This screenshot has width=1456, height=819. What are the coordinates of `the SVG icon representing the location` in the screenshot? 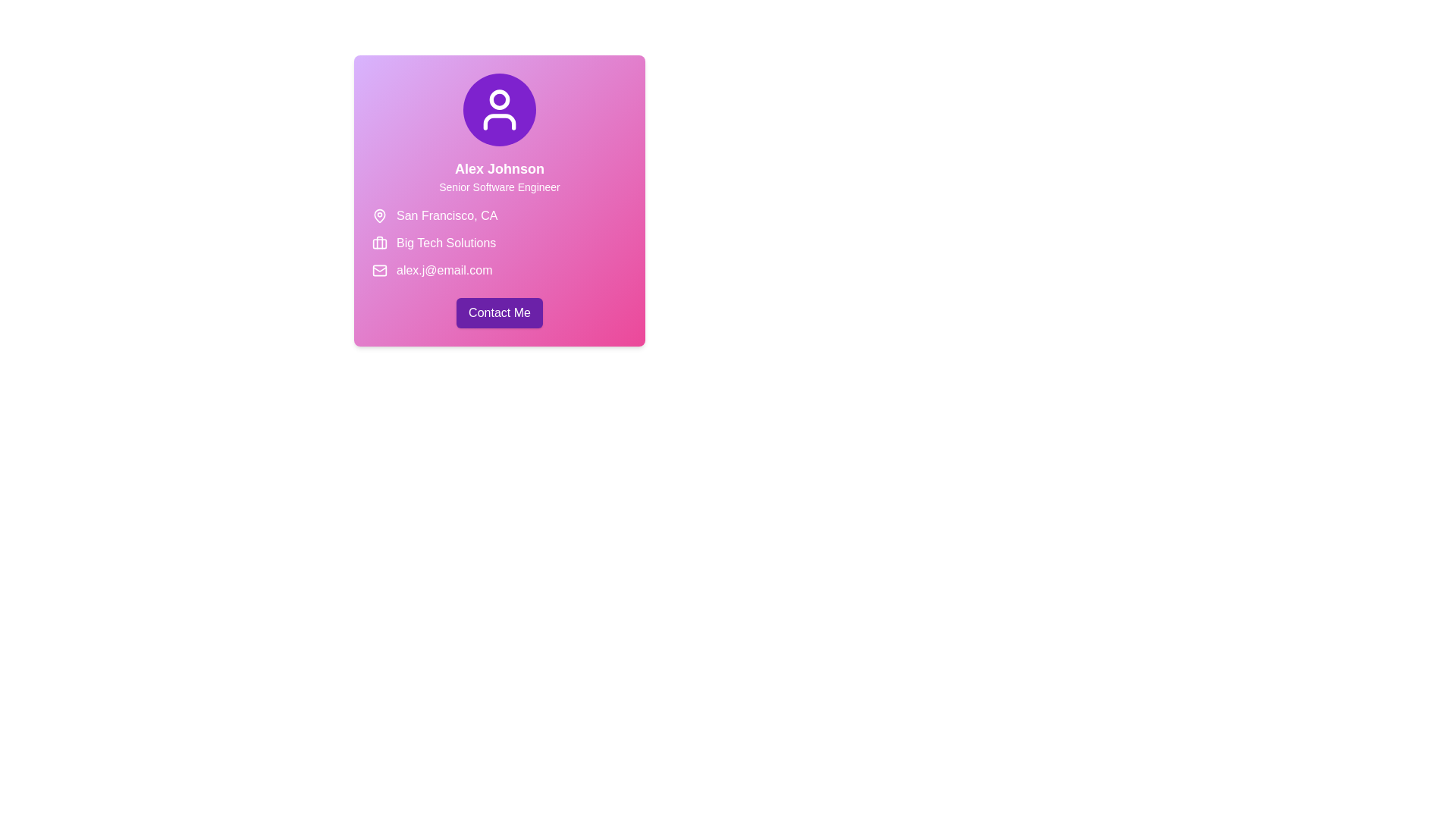 It's located at (379, 216).